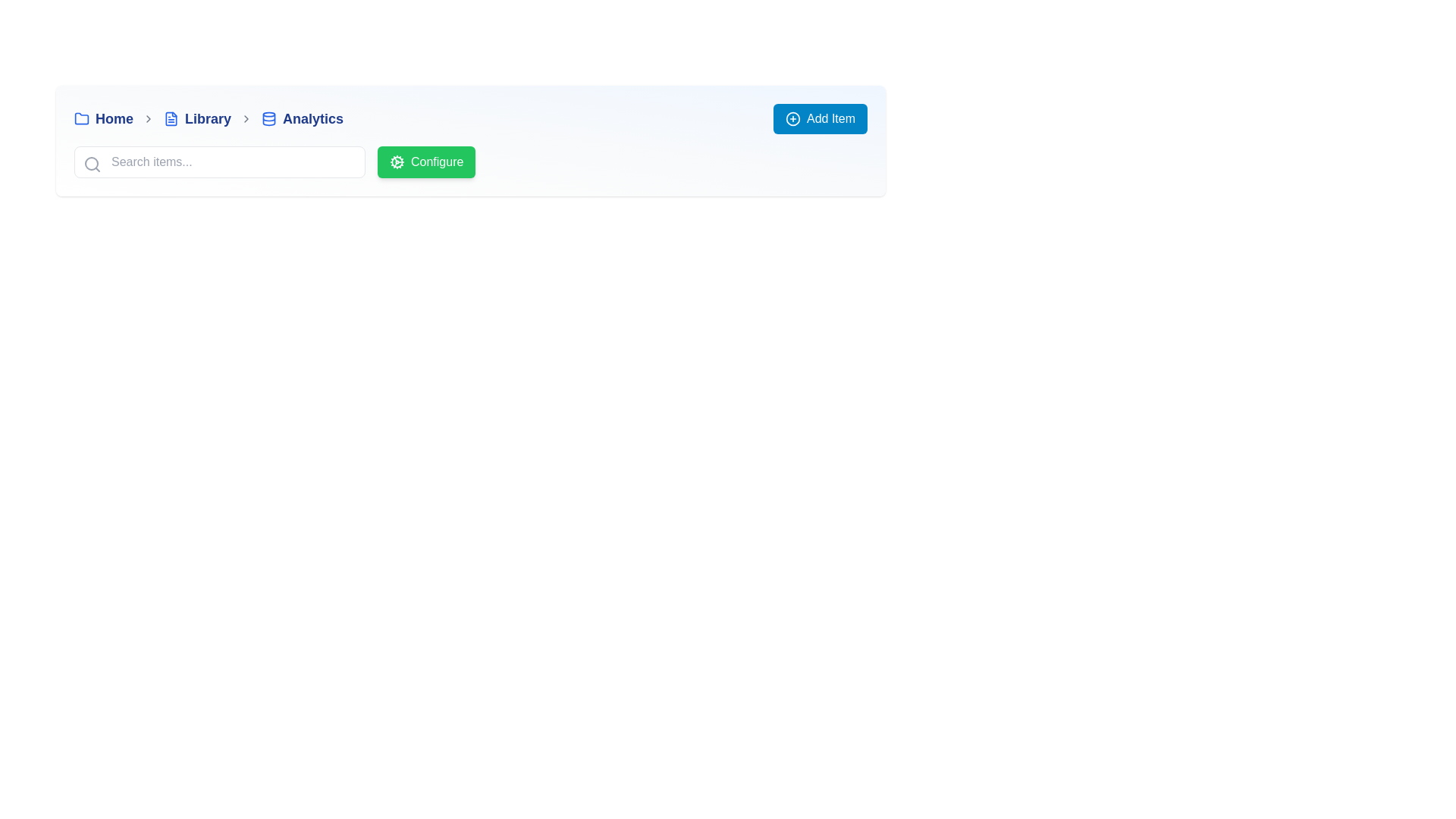 This screenshot has width=1456, height=819. I want to click on the gray magnifying glass icon positioned in the top-left corner of the search bar, which serves as a visual indicator for the search functionality, so click(91, 164).